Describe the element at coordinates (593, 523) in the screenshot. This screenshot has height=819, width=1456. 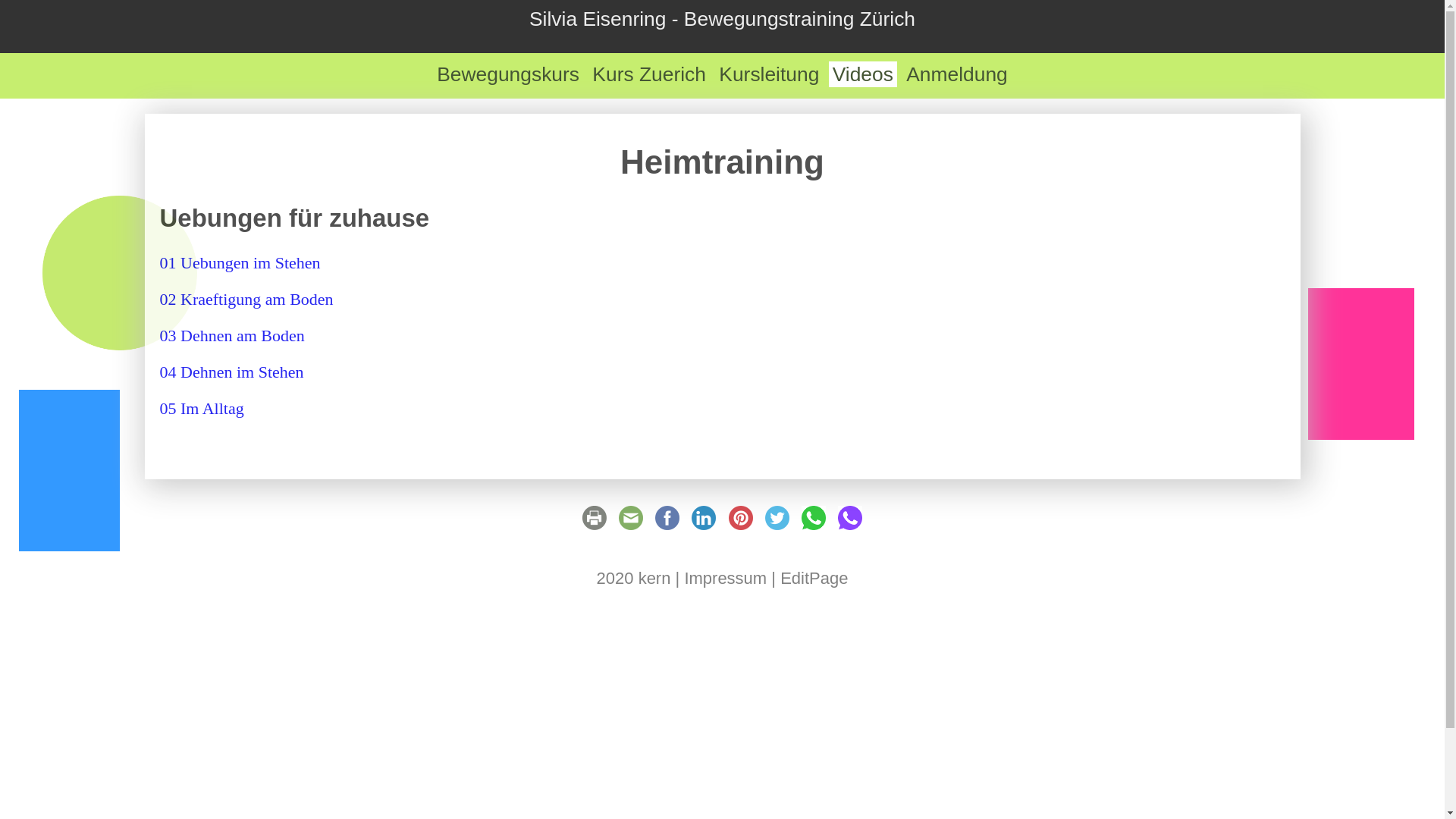
I see `'Print'` at that location.